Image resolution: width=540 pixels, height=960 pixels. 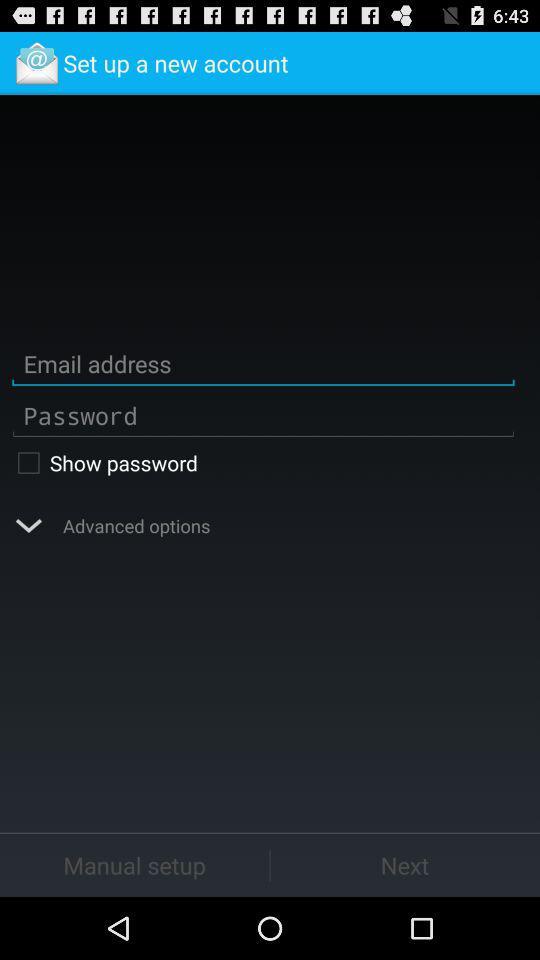 What do you see at coordinates (263, 462) in the screenshot?
I see `show password item` at bounding box center [263, 462].